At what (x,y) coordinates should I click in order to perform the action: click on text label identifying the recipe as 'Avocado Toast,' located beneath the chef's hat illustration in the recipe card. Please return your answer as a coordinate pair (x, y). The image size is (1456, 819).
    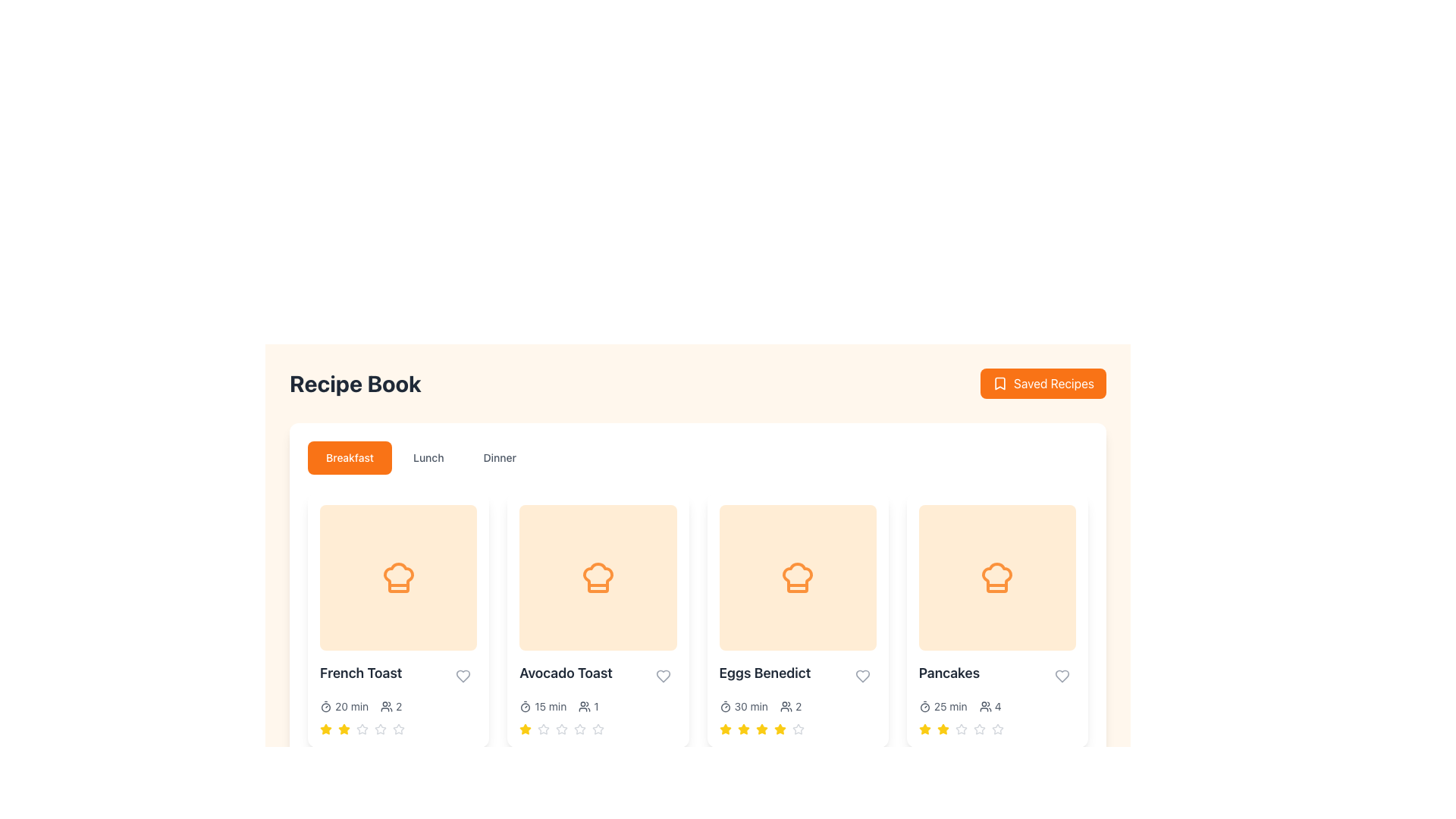
    Looking at the image, I should click on (565, 672).